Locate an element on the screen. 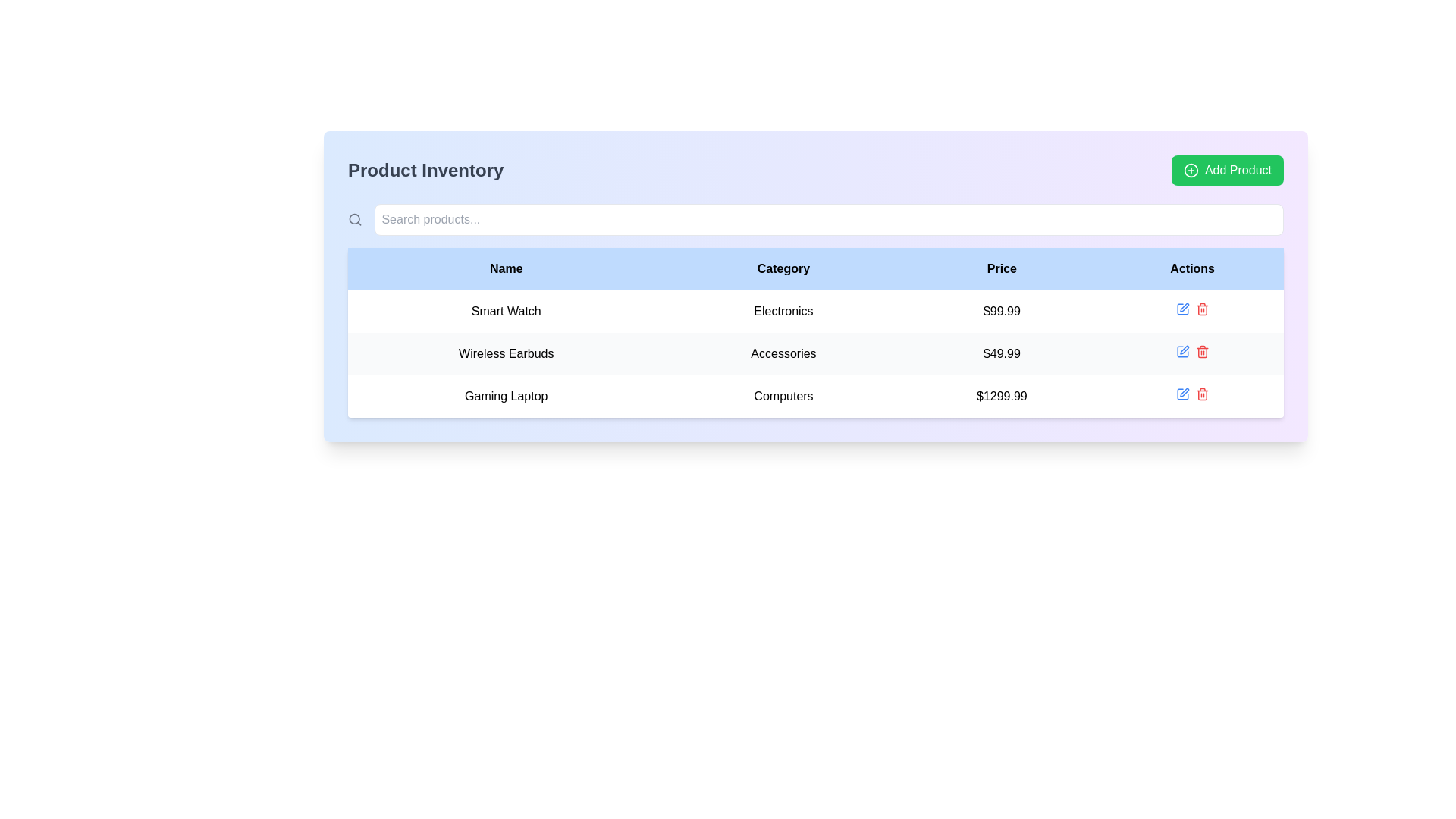 The height and width of the screenshot is (819, 1456). the SVG circle element that is part of the 'Add Product' button, positioned centrally within the button's area is located at coordinates (1190, 170).